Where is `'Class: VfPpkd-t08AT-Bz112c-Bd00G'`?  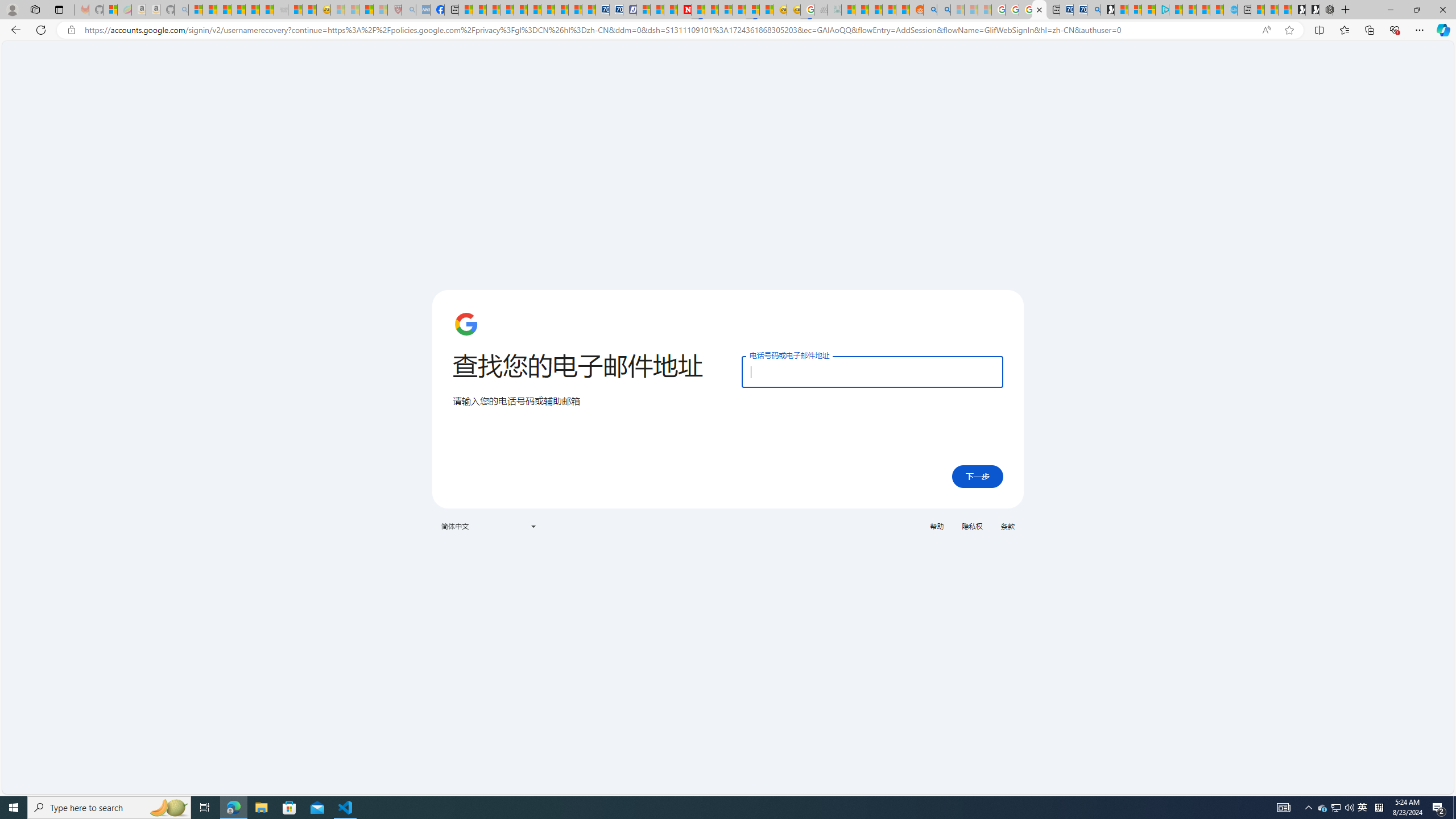 'Class: VfPpkd-t08AT-Bz112c-Bd00G' is located at coordinates (532, 526).